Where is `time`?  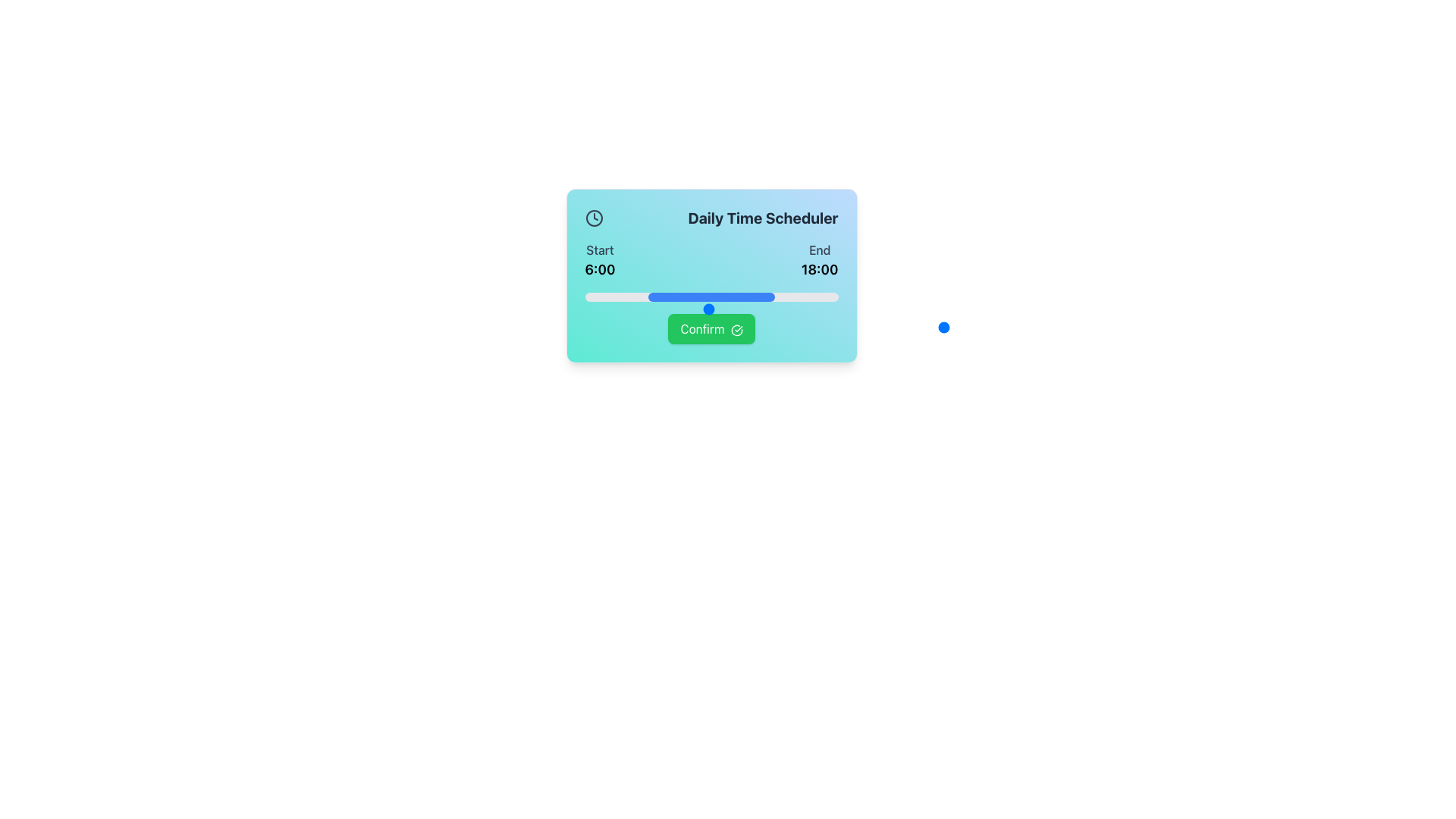 time is located at coordinates (584, 327).